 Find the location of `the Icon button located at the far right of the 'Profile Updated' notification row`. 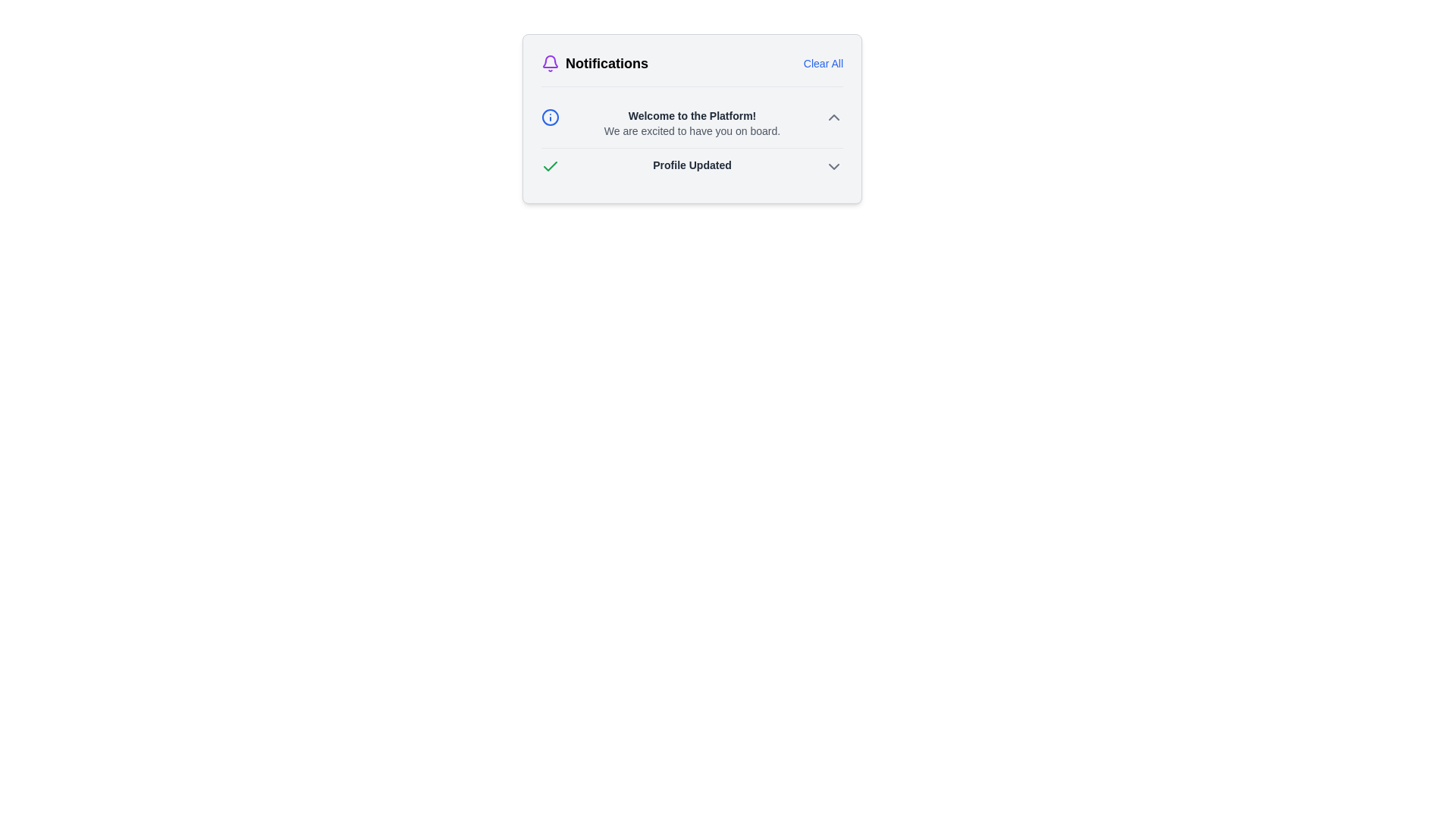

the Icon button located at the far right of the 'Profile Updated' notification row is located at coordinates (833, 166).